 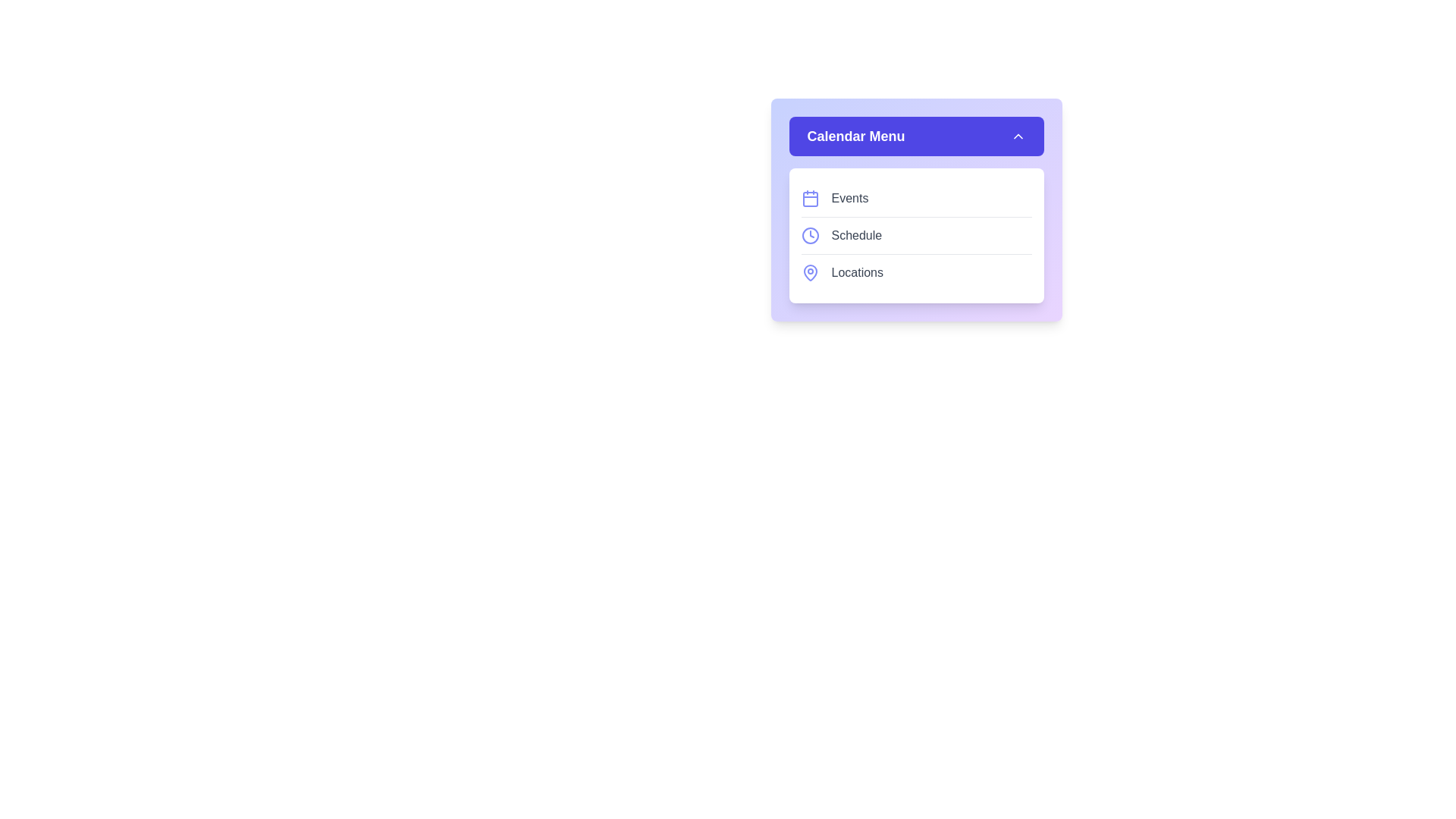 What do you see at coordinates (915, 136) in the screenshot?
I see `the 'Calendar Menu' button to toggle the menu` at bounding box center [915, 136].